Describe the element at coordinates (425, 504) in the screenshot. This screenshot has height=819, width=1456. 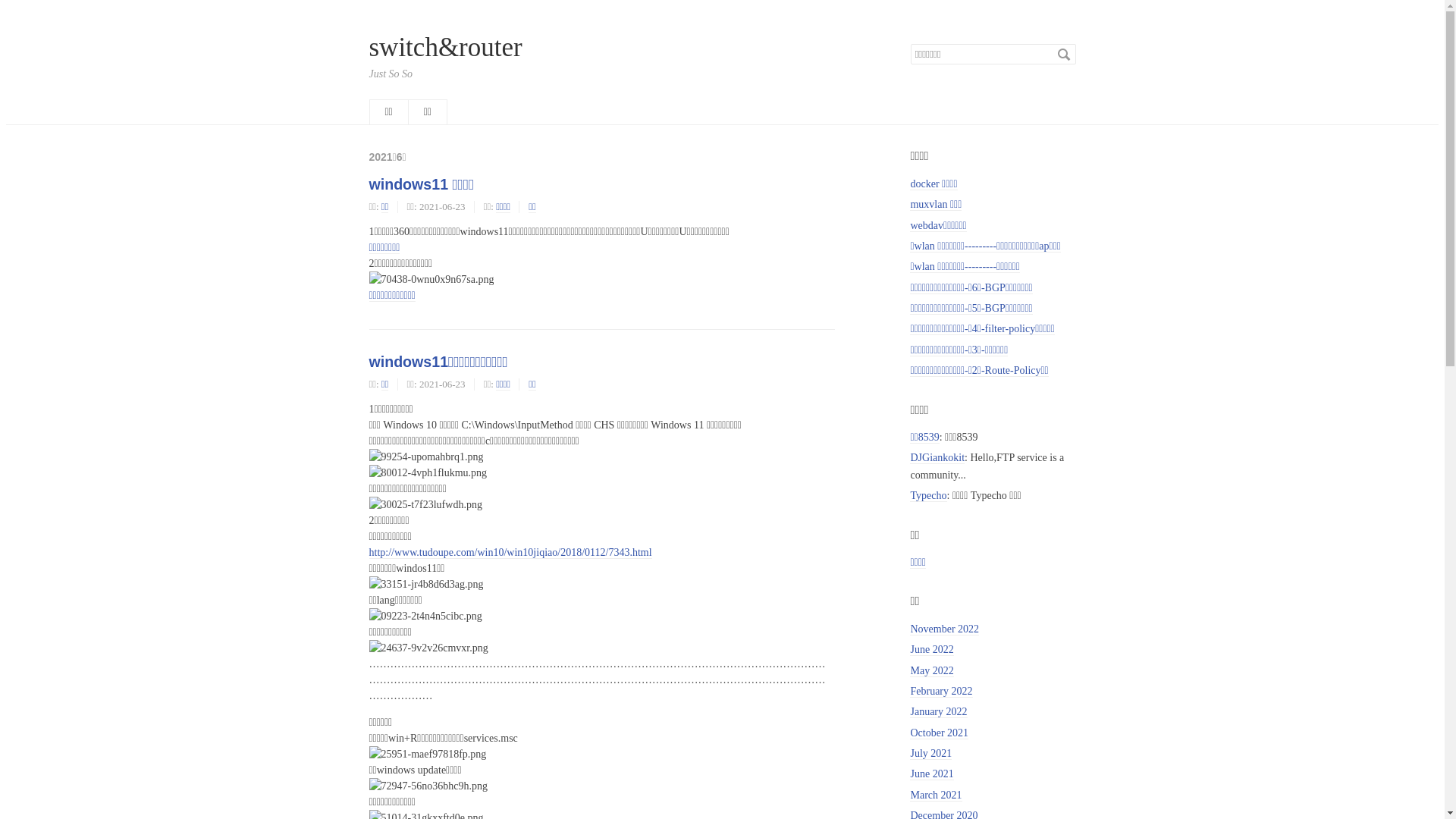
I see `'30025-t7f23lufwdh.png'` at that location.